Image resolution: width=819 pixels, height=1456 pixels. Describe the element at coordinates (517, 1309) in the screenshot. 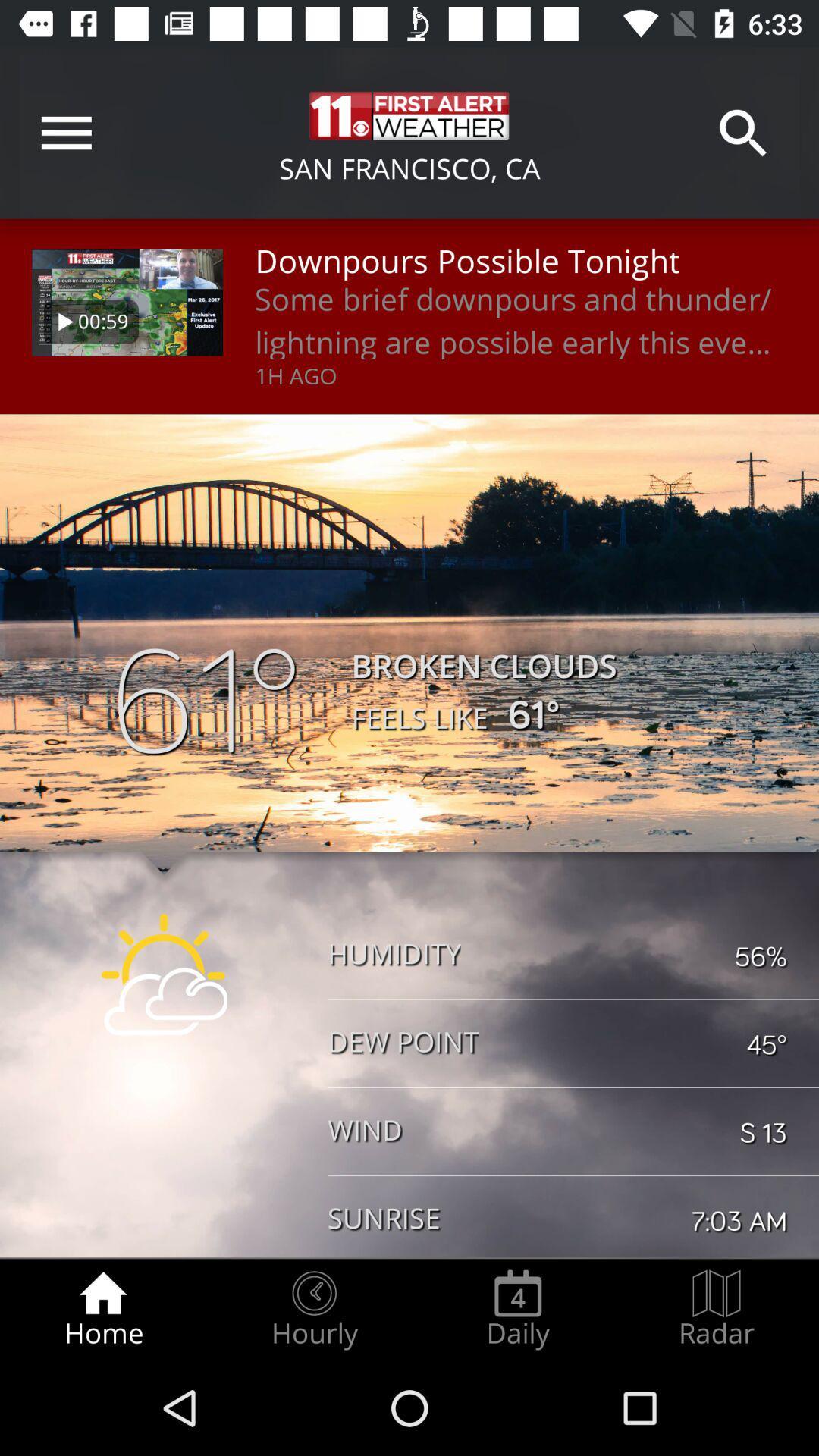

I see `the icon next to the radar item` at that location.